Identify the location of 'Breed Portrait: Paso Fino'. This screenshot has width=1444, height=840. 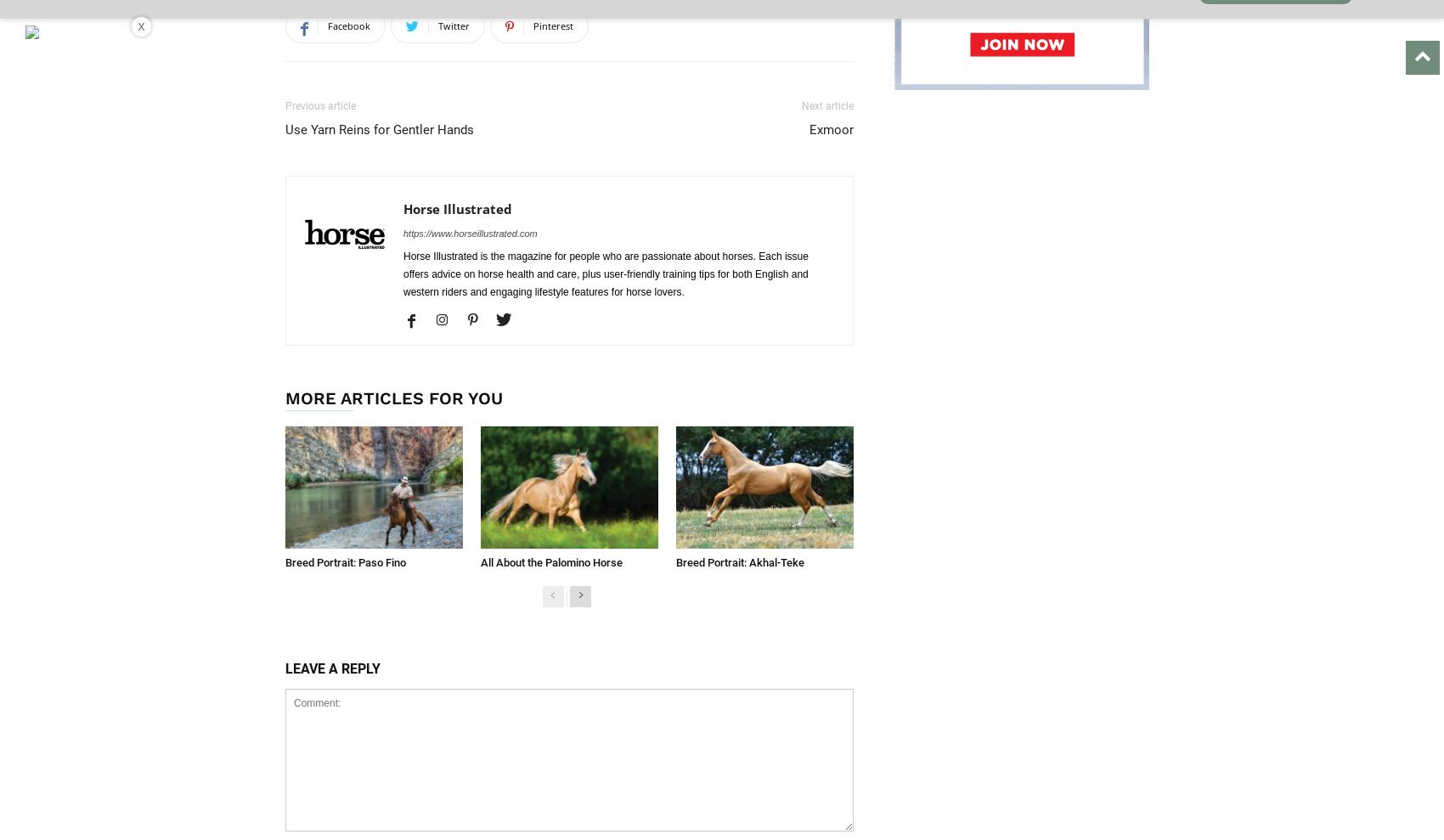
(344, 561).